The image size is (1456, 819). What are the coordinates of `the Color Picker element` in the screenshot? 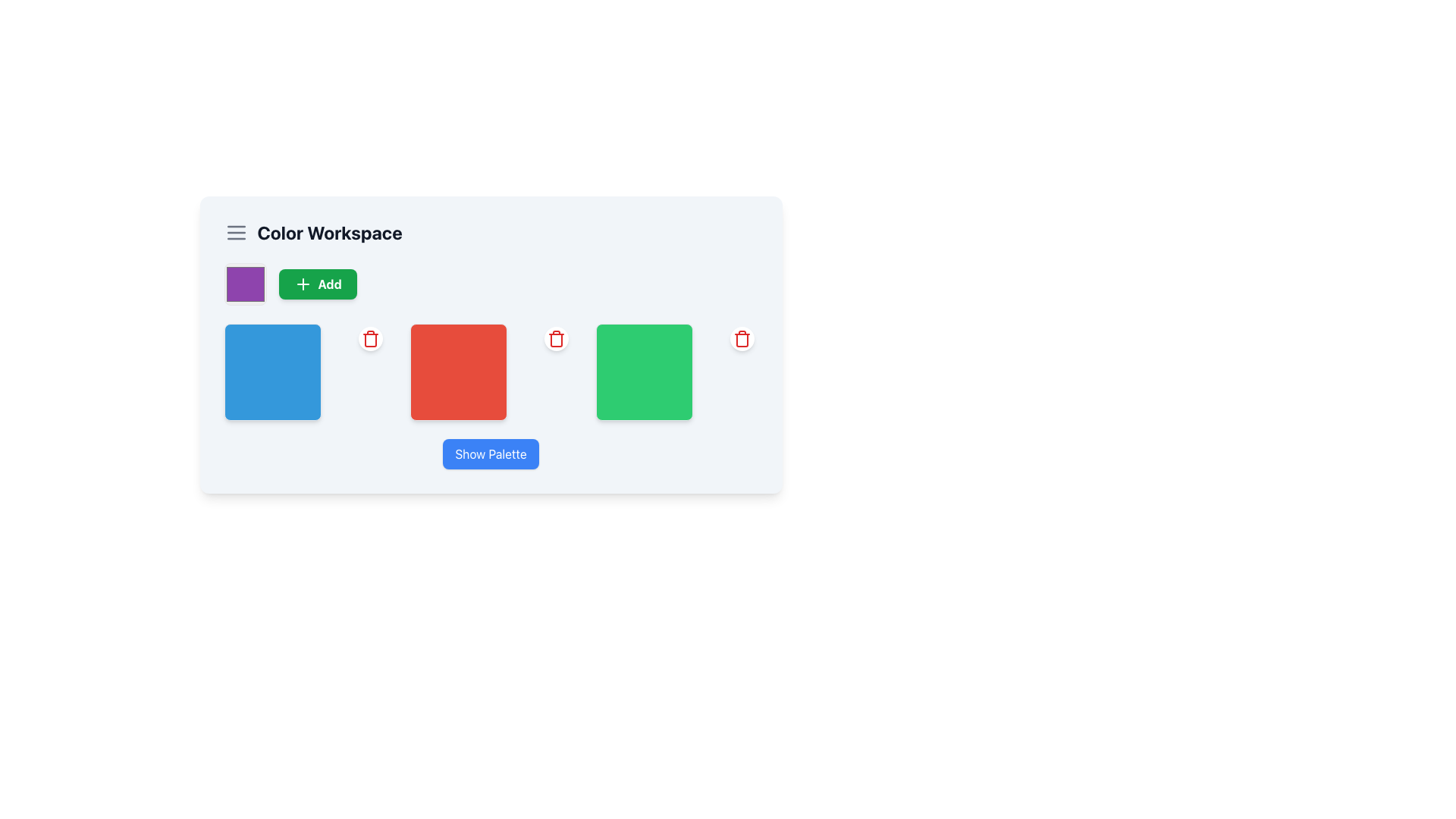 It's located at (245, 284).